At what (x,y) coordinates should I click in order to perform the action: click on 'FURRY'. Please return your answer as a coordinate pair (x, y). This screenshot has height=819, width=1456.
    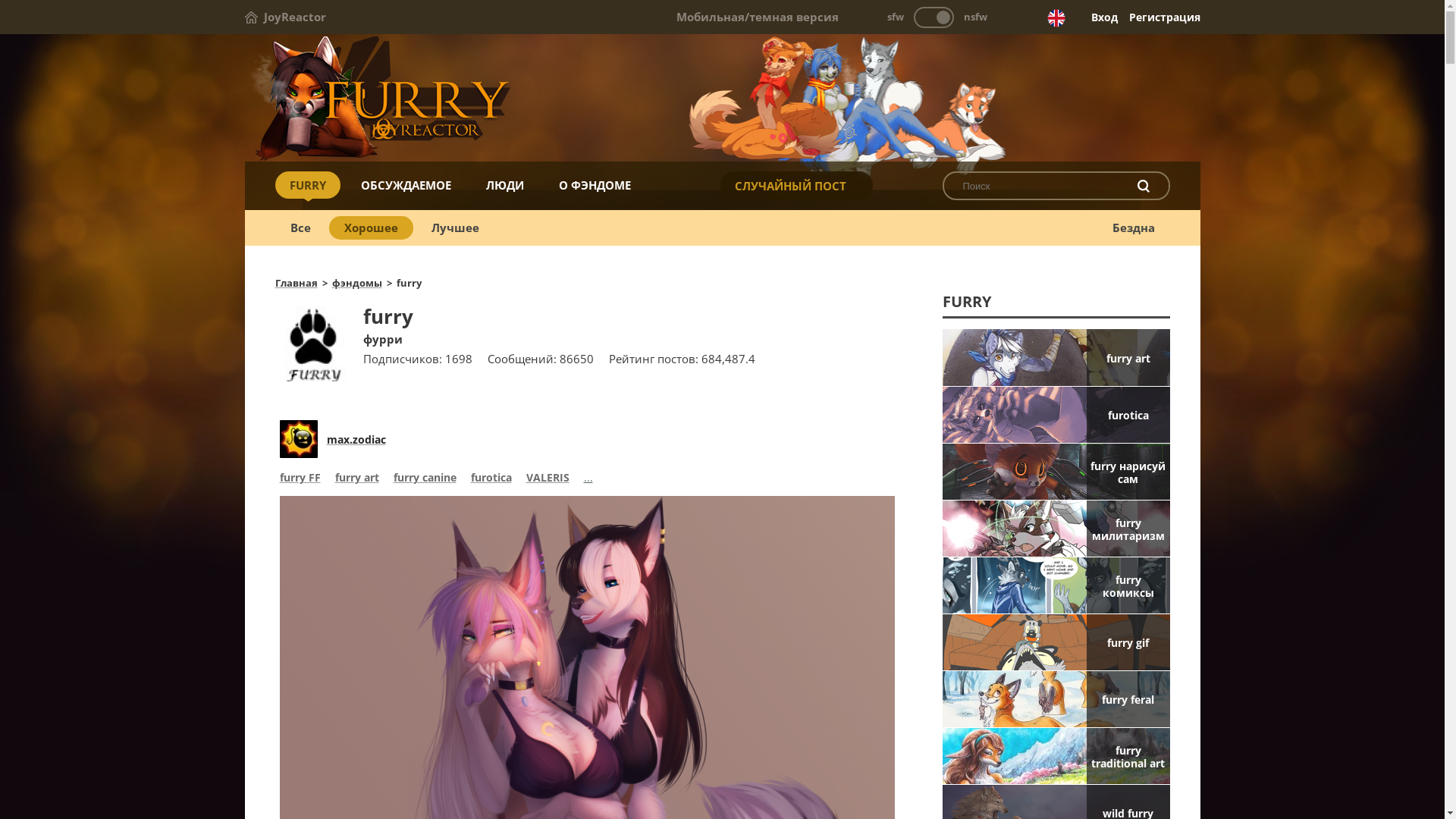
    Looking at the image, I should click on (306, 184).